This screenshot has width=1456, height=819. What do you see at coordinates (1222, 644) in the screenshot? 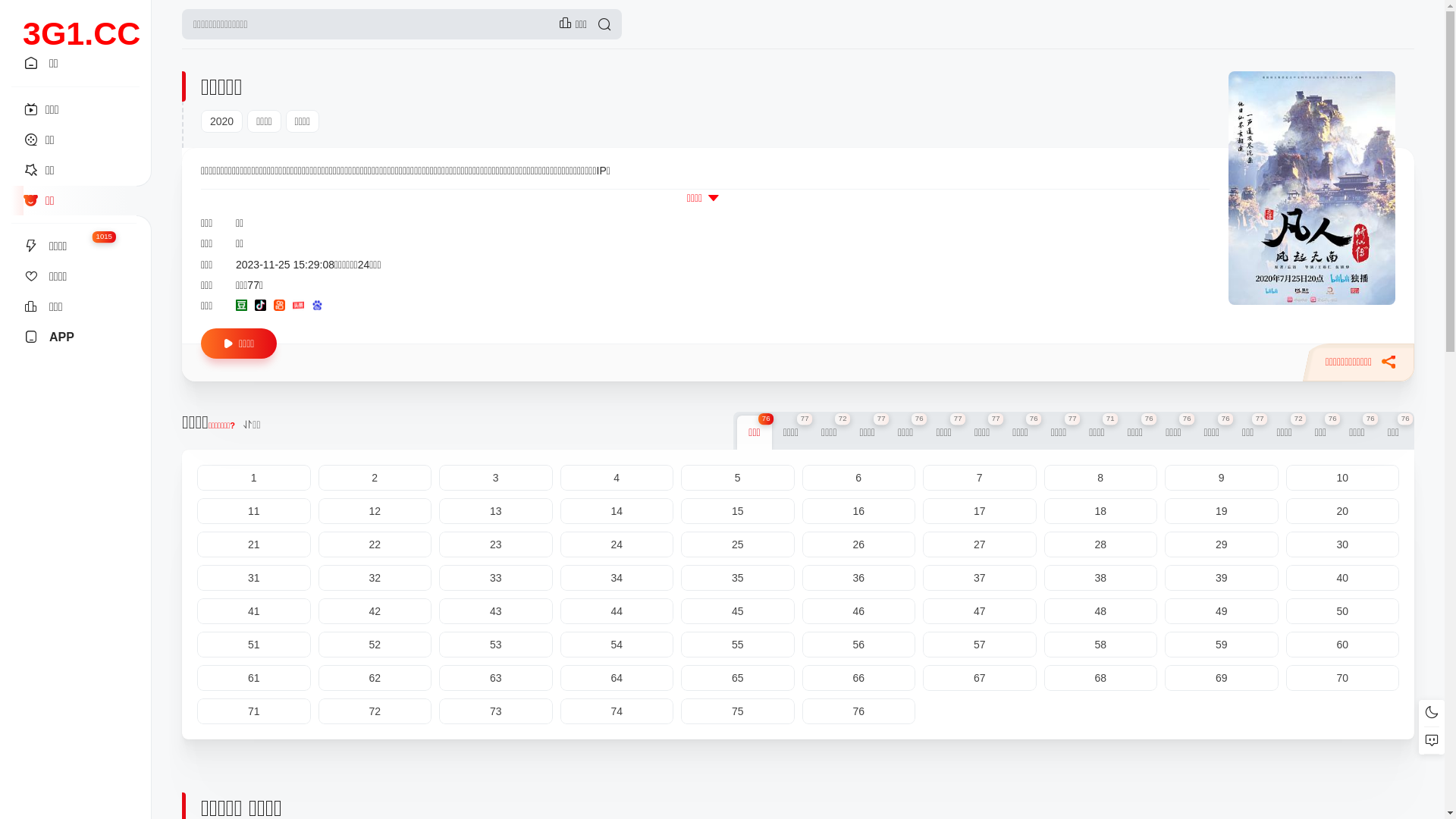
I see `'59'` at bounding box center [1222, 644].